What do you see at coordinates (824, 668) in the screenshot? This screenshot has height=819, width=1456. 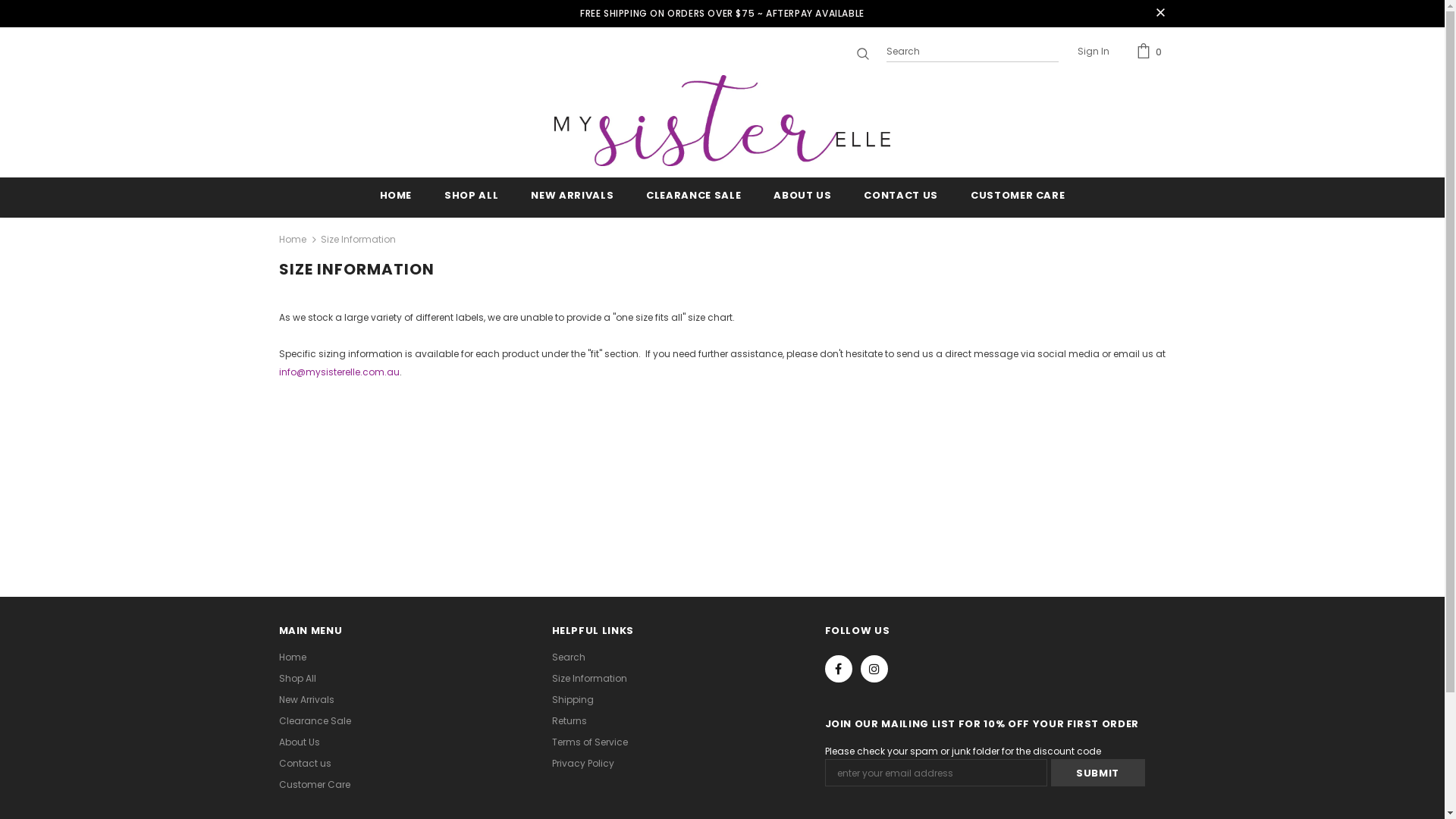 I see `'Facebook'` at bounding box center [824, 668].